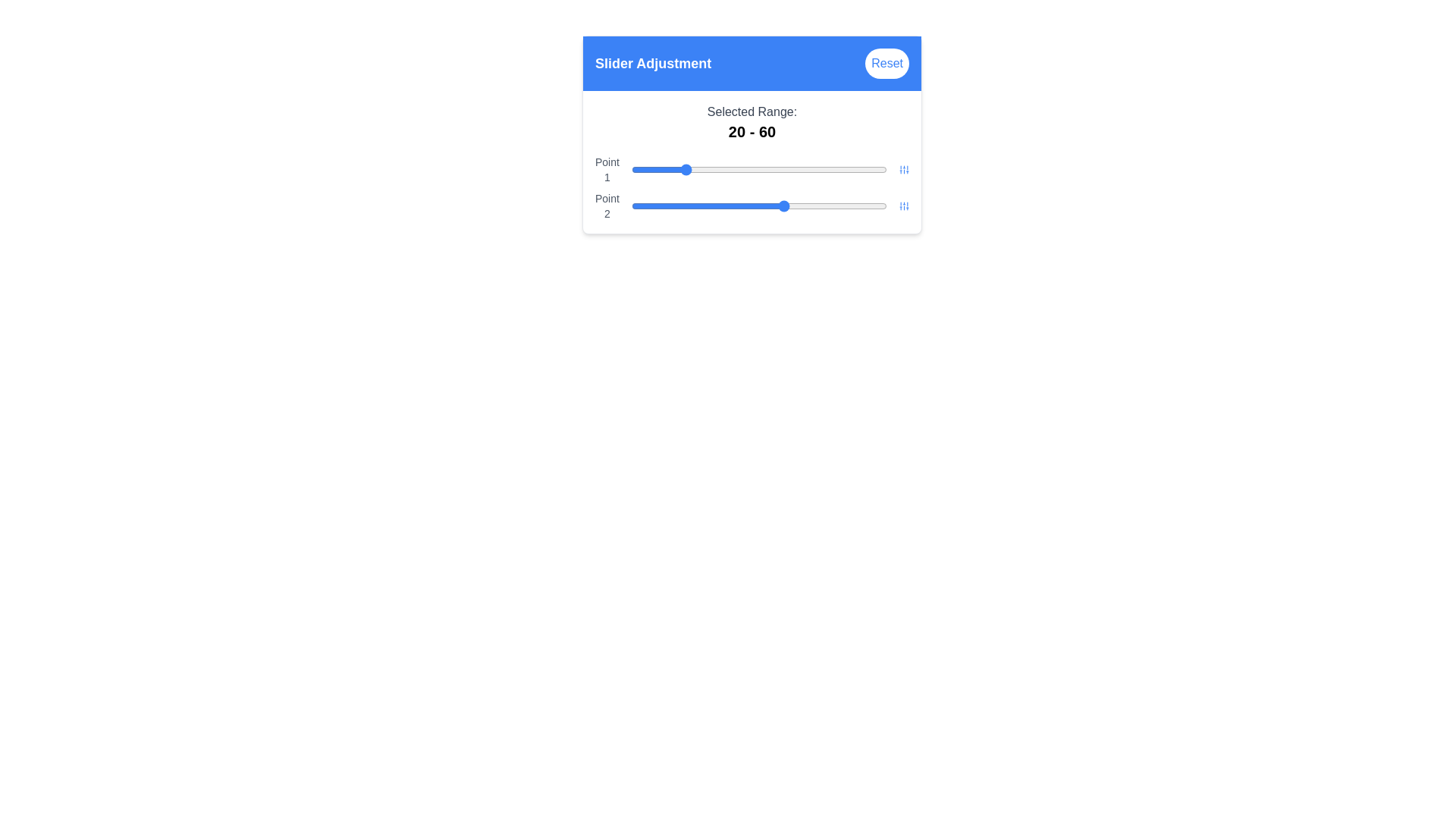  What do you see at coordinates (752, 130) in the screenshot?
I see `the Text Display element that shows the range '20 - 60', which is styled with 'font-semibold text-xl' and is located beneath the label 'Selected Range:'` at bounding box center [752, 130].